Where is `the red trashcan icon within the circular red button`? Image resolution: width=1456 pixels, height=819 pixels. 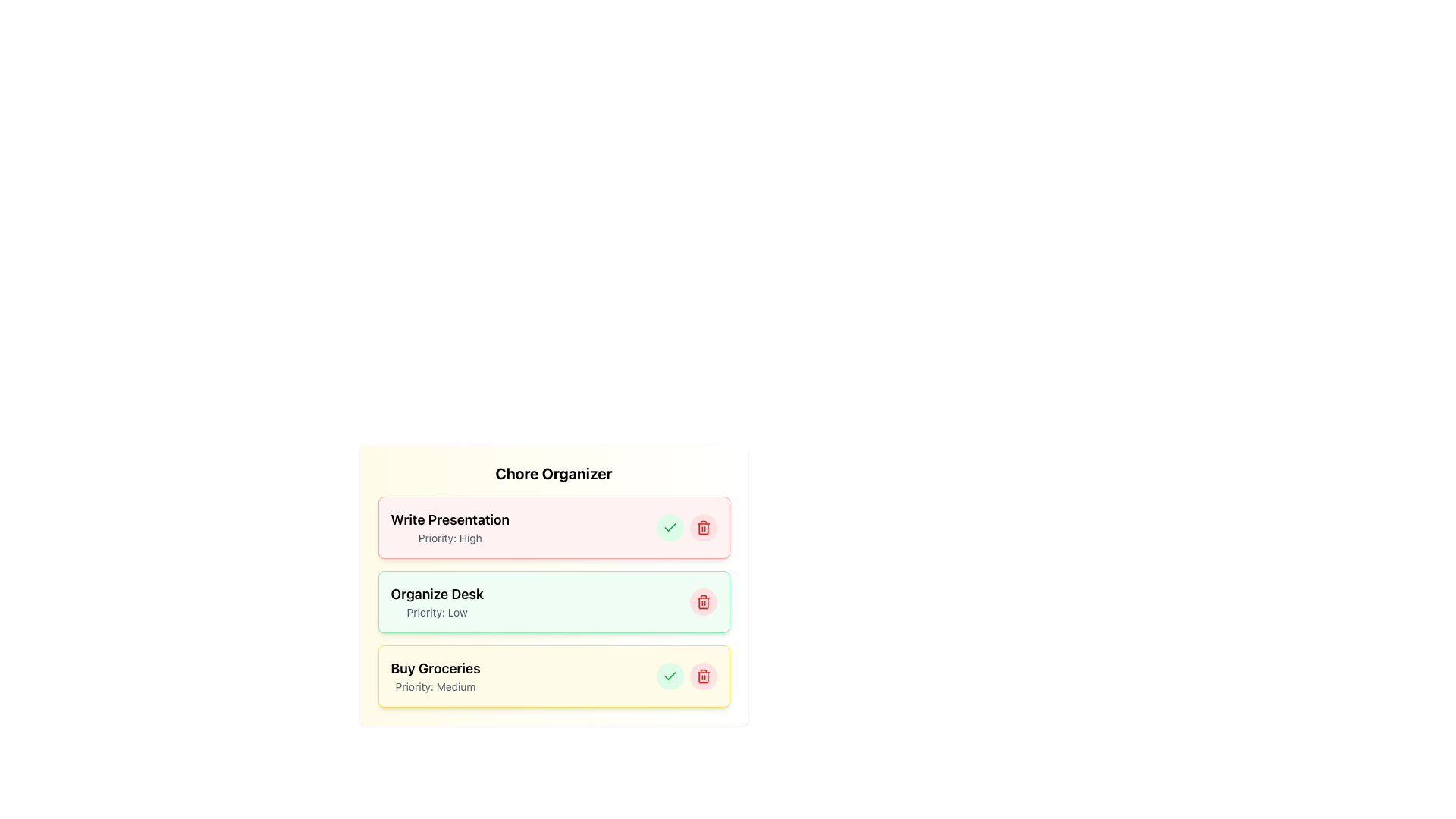 the red trashcan icon within the circular red button is located at coordinates (702, 675).